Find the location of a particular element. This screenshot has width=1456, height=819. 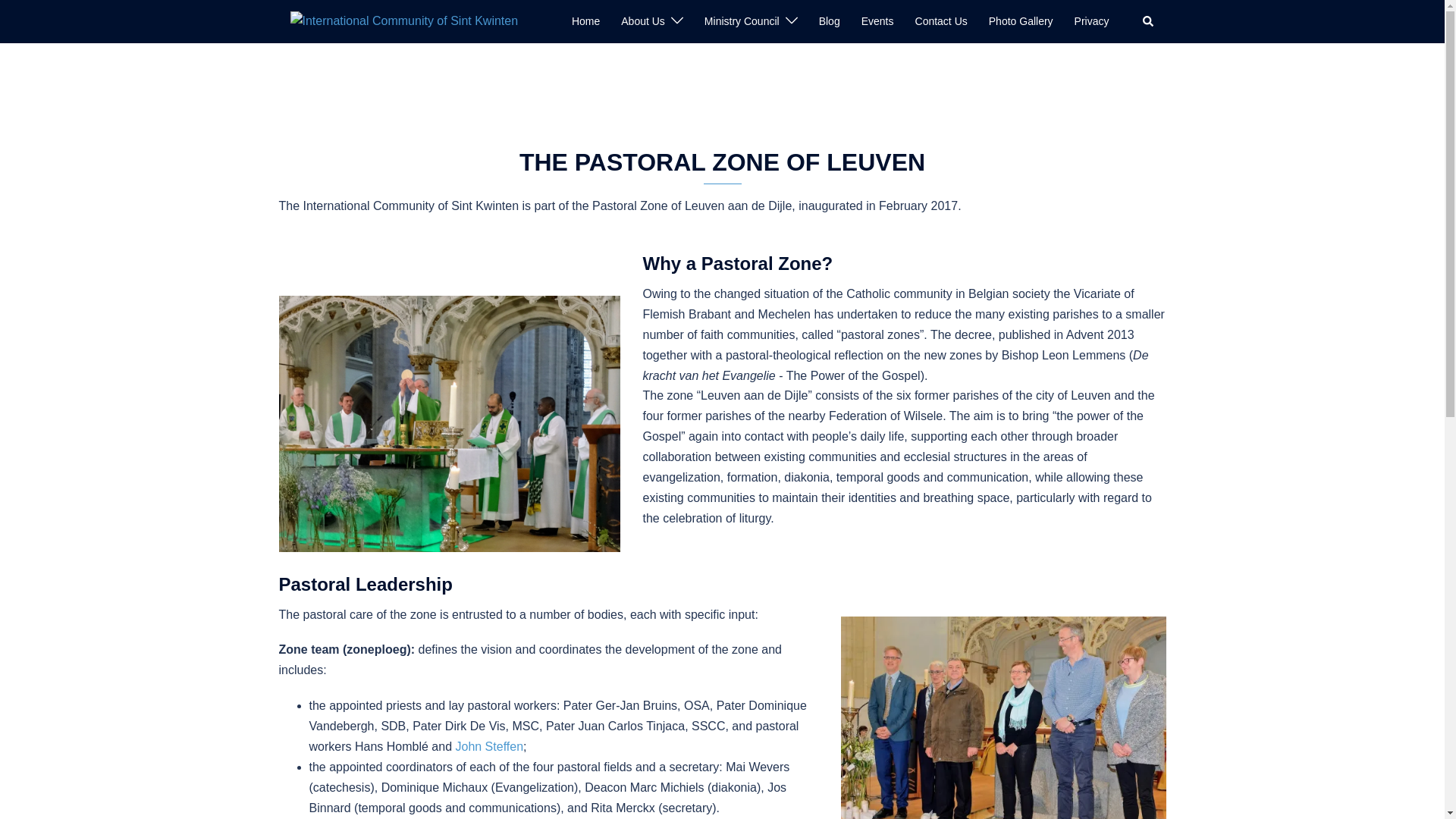

'Ministry Council' is located at coordinates (742, 22).